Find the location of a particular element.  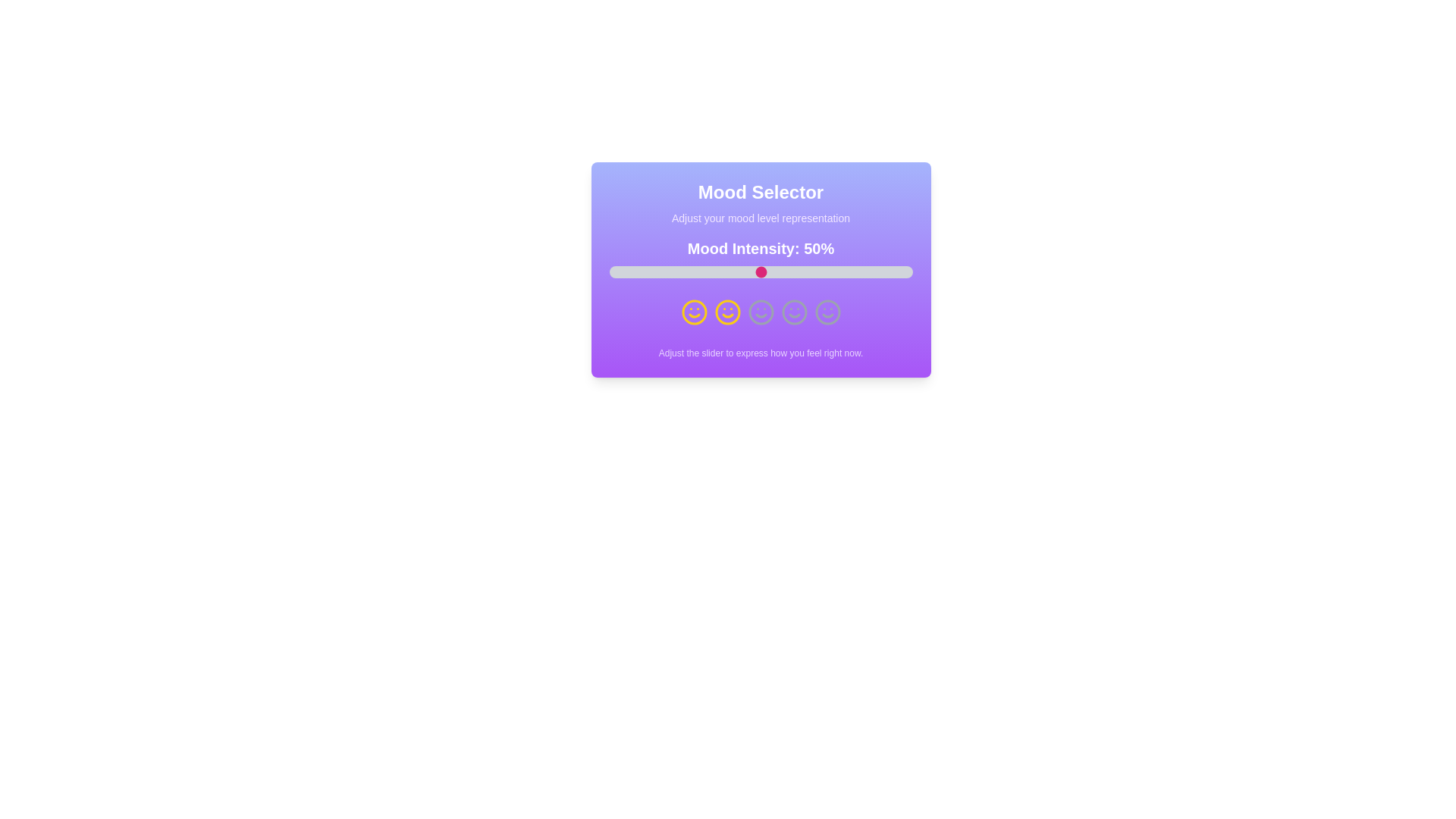

the slider to set the mood intensity to 1% is located at coordinates (612, 271).